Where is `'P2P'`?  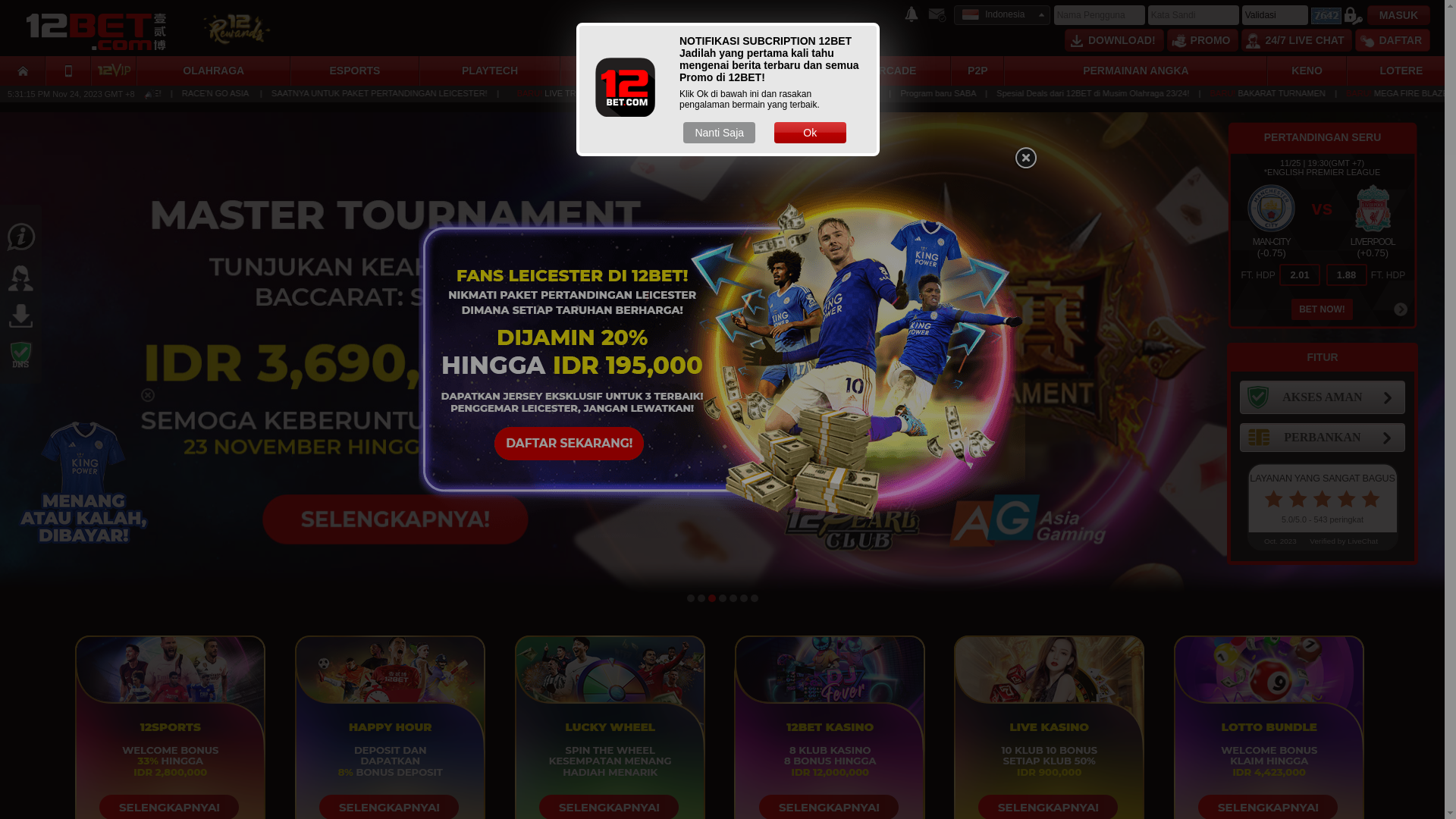 'P2P' is located at coordinates (977, 71).